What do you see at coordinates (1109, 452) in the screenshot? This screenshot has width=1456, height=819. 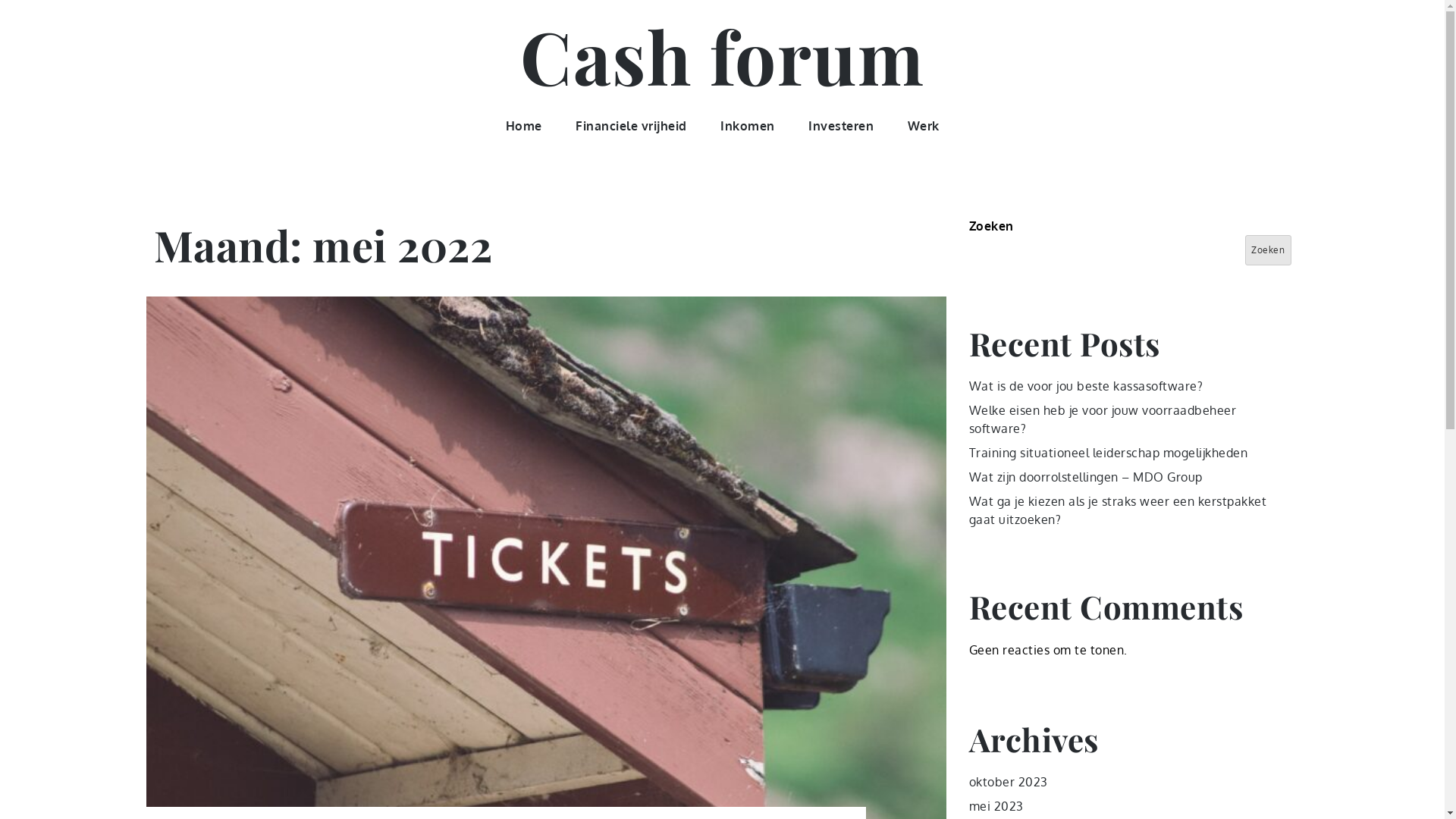 I see `'Training situationeel leiderschap mogelijkheden'` at bounding box center [1109, 452].